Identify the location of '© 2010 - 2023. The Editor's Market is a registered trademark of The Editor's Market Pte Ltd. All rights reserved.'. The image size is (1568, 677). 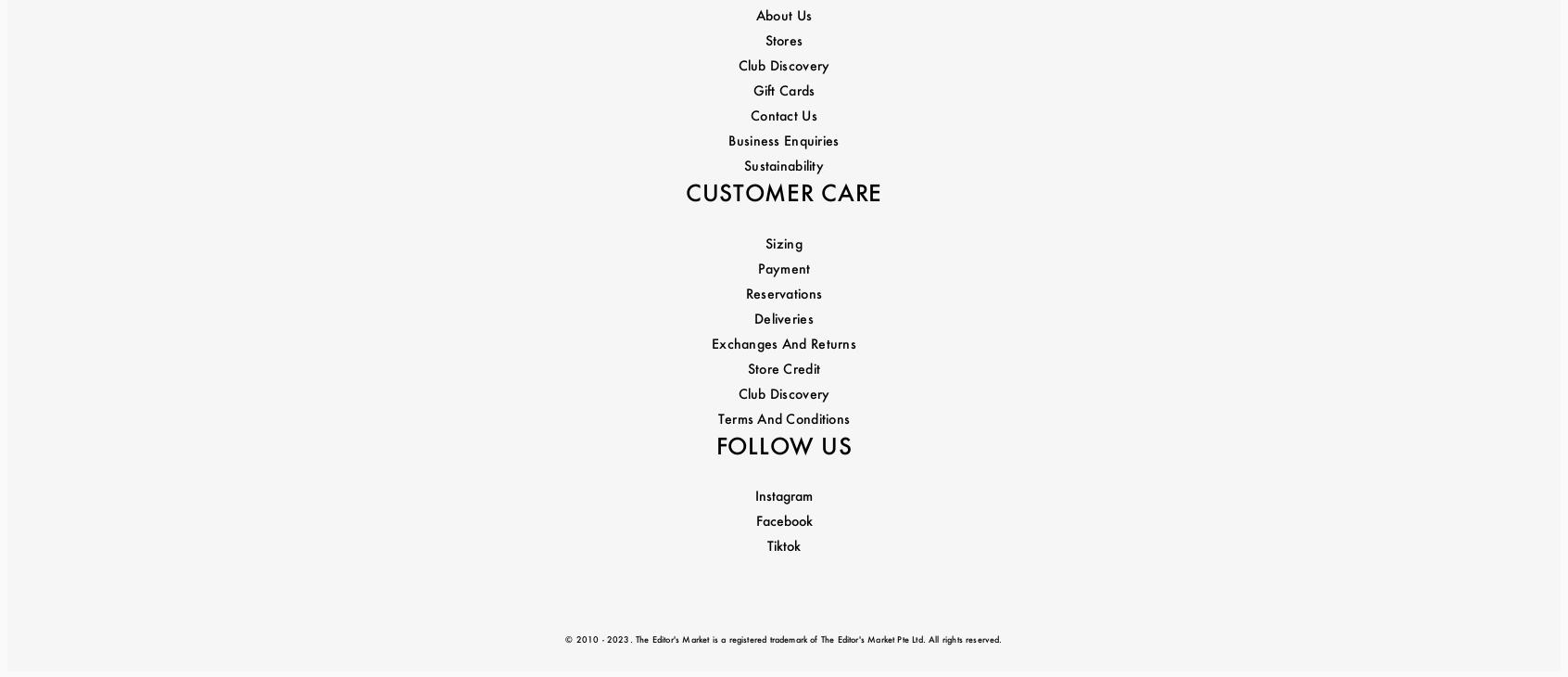
(563, 491).